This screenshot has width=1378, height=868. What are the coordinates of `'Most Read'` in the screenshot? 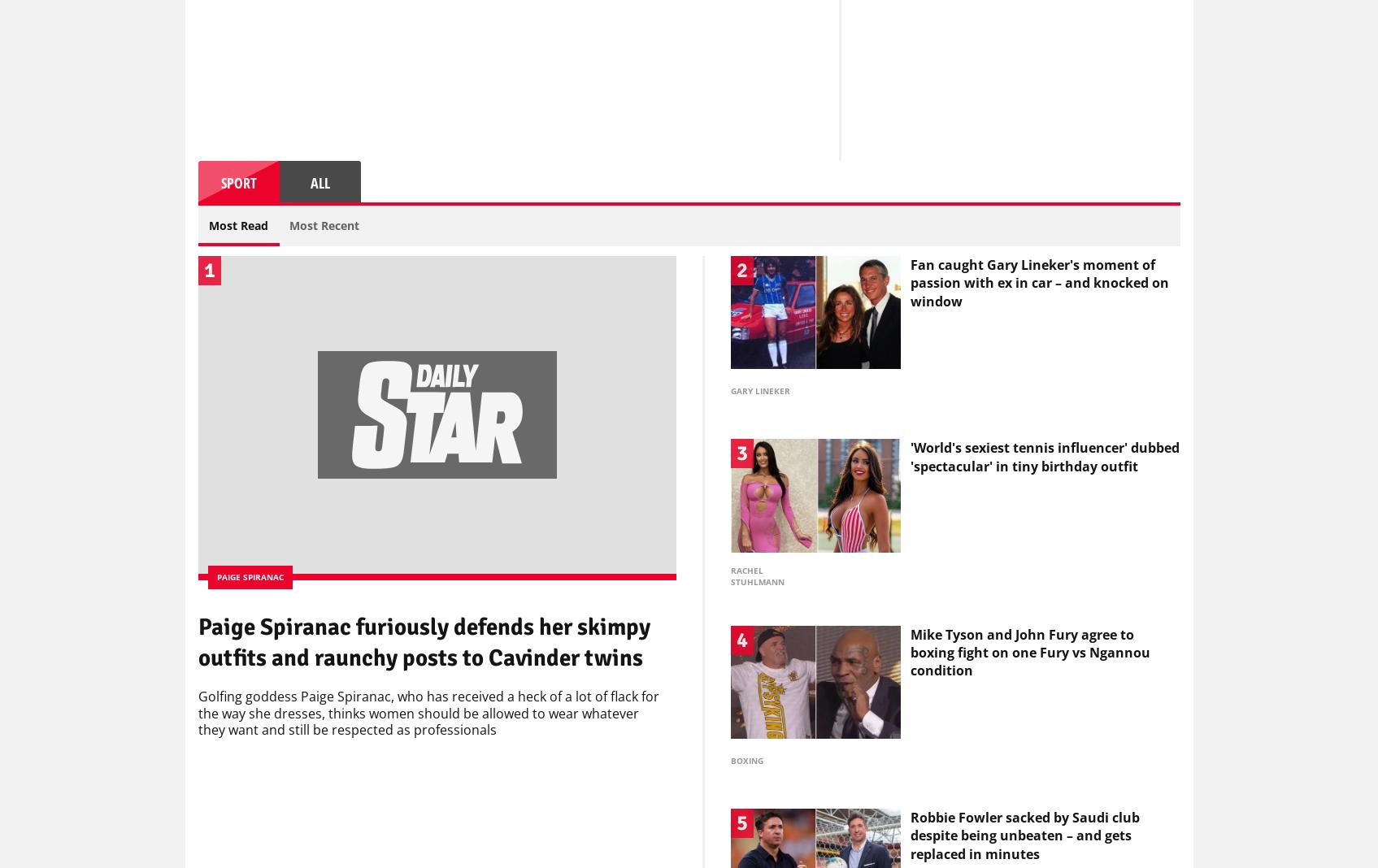 It's located at (238, 228).